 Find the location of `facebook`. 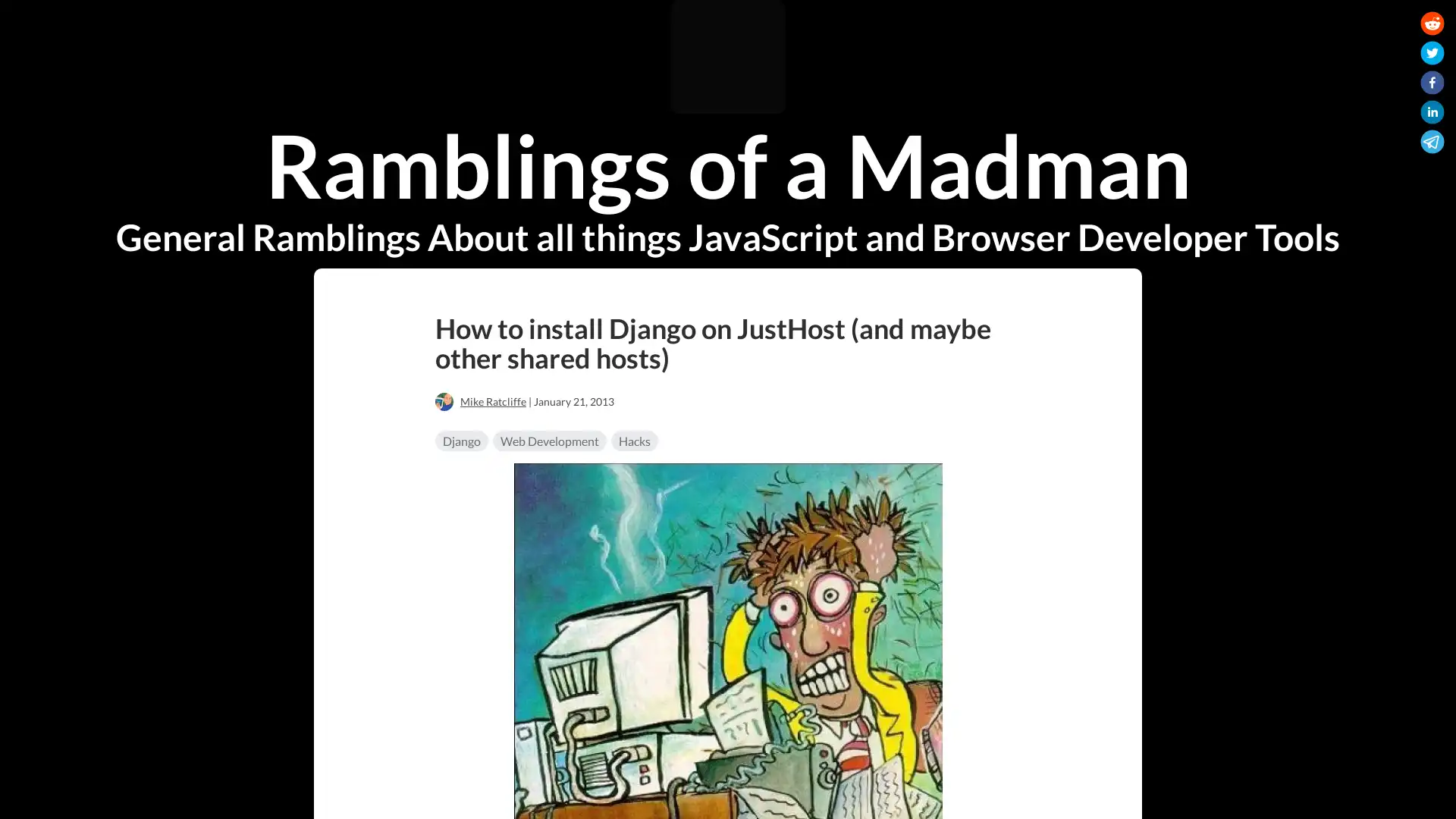

facebook is located at coordinates (1432, 85).